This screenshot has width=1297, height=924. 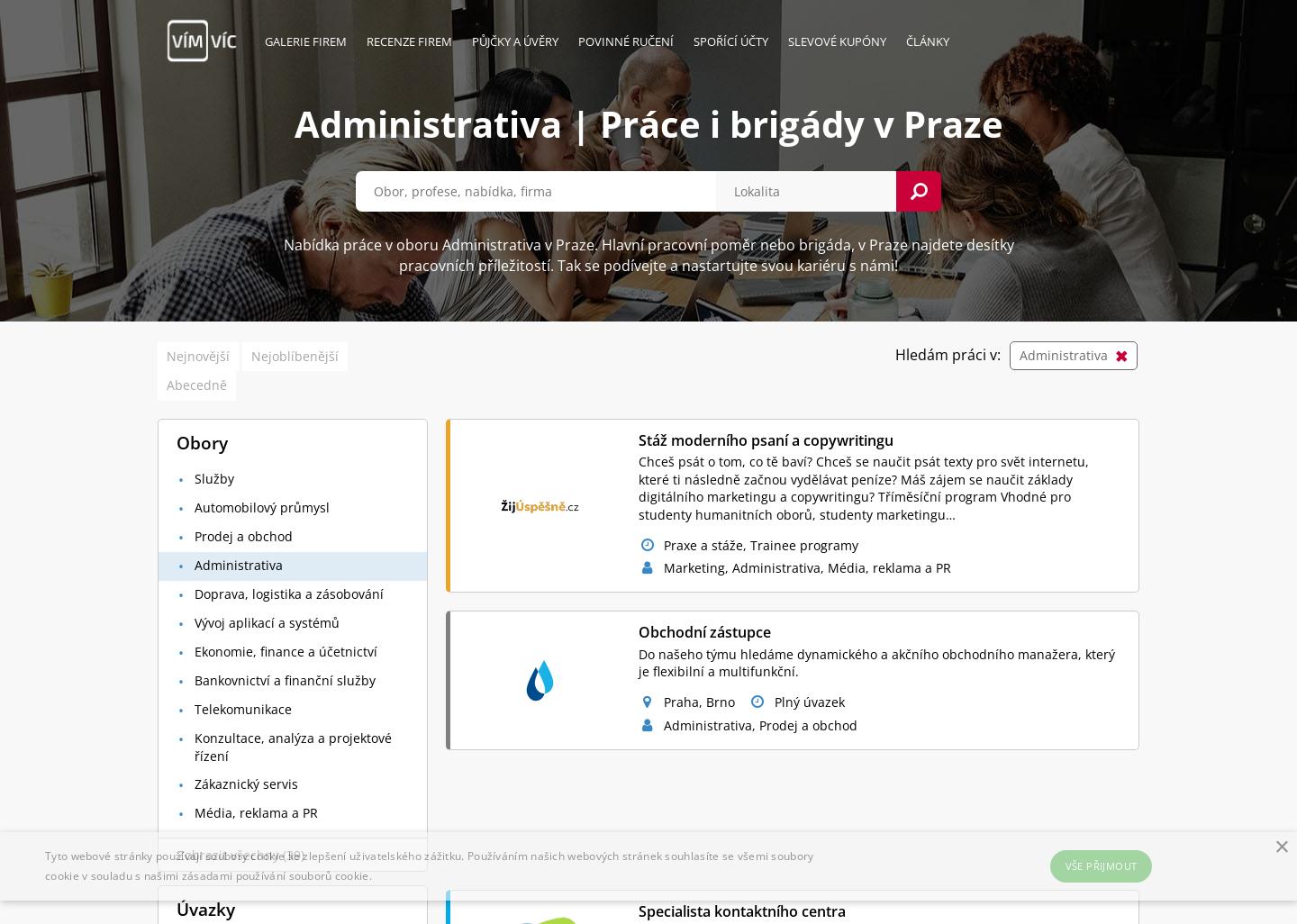 What do you see at coordinates (305, 41) in the screenshot?
I see `'Galerie firem'` at bounding box center [305, 41].